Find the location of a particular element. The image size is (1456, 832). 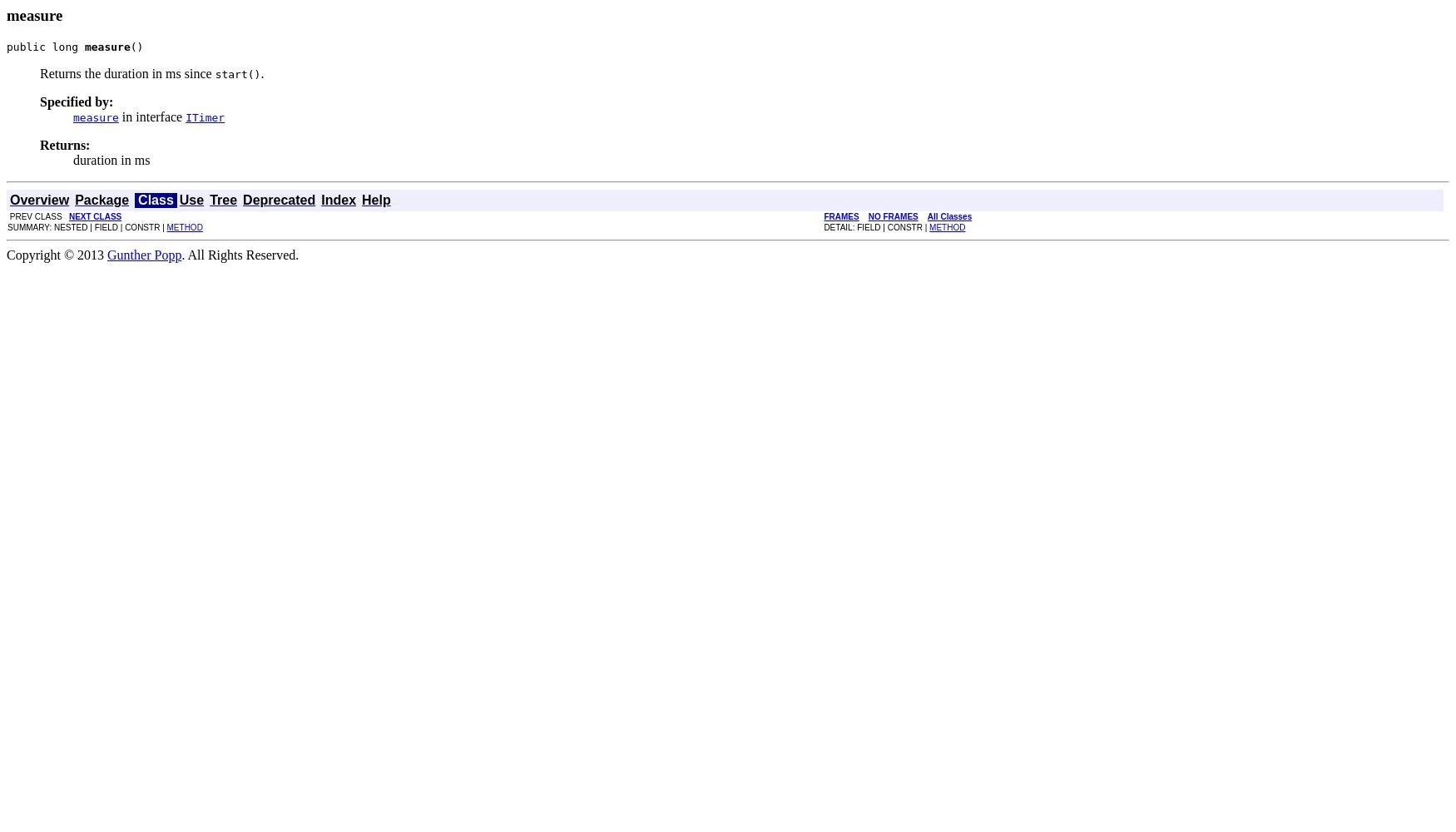

'Overview' is located at coordinates (38, 198).